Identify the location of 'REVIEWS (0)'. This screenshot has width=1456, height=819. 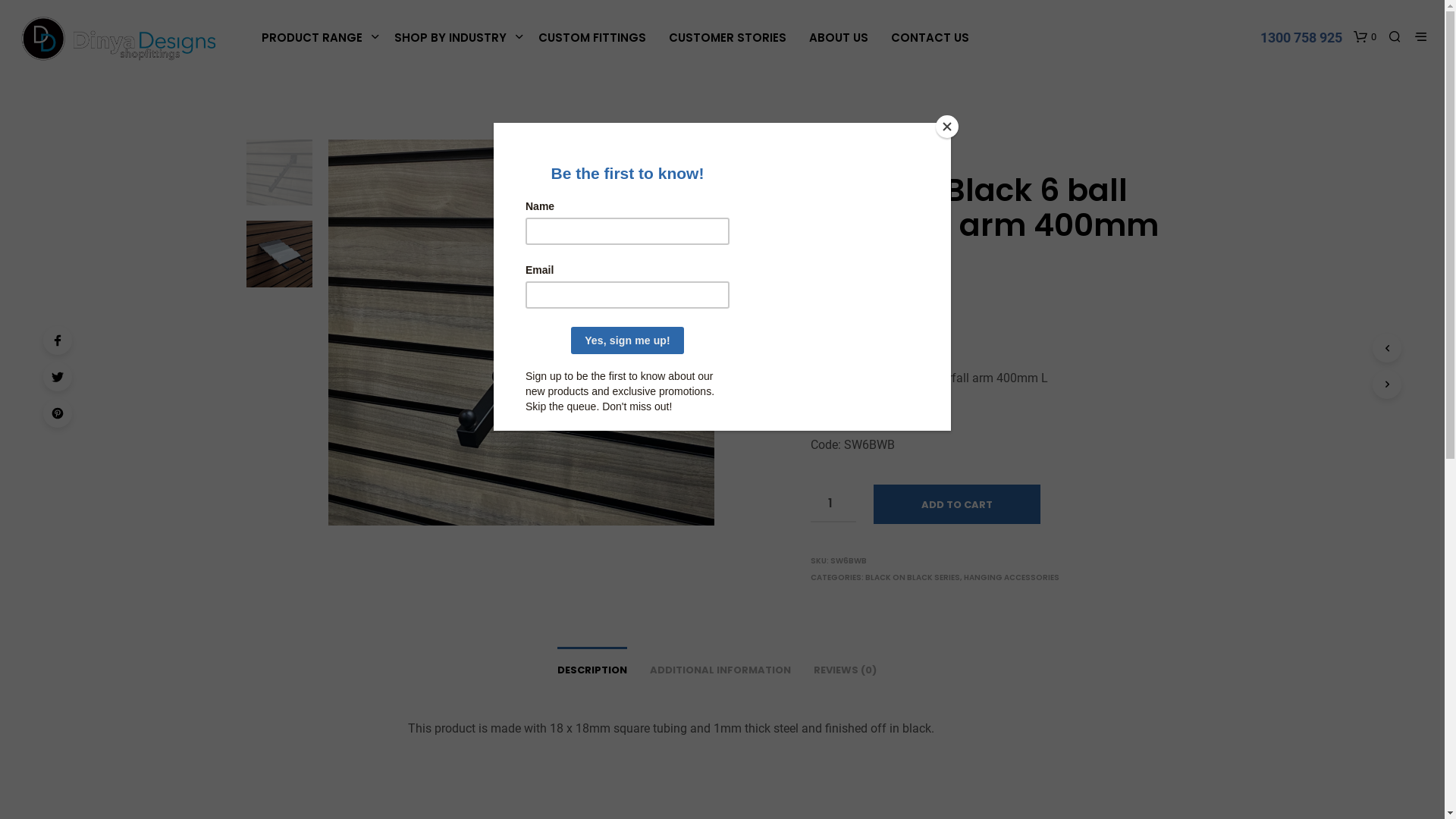
(843, 664).